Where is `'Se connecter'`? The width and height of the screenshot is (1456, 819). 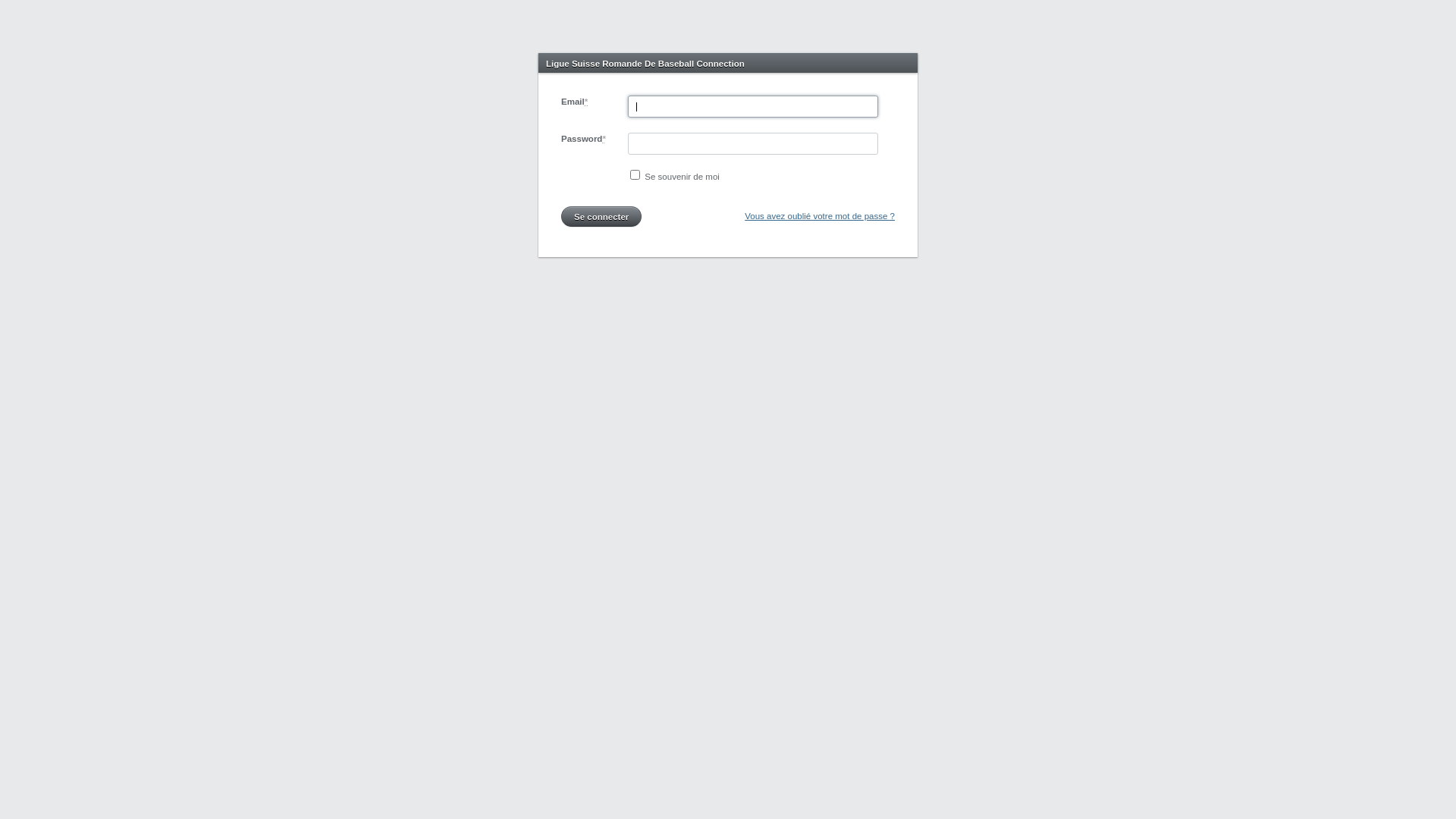
'Se connecter' is located at coordinates (560, 216).